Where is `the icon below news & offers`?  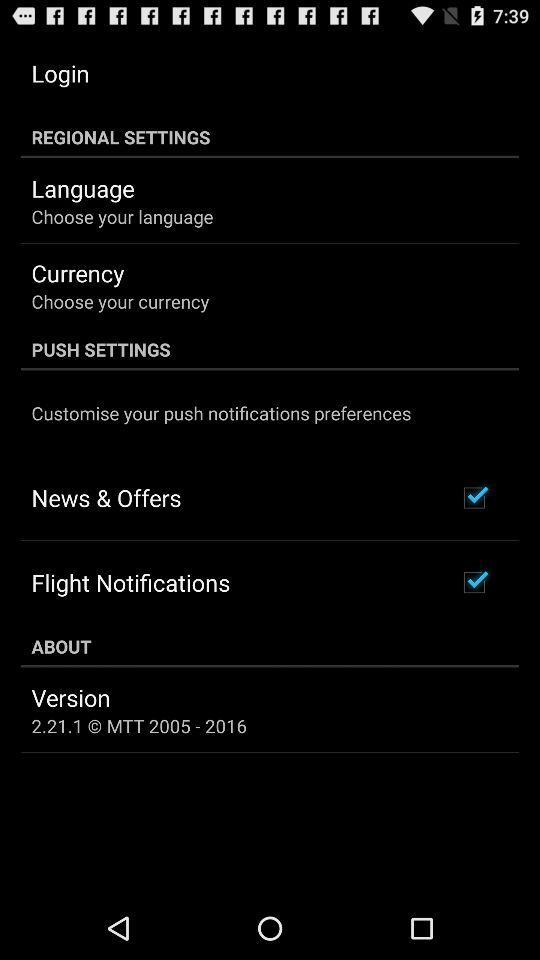
the icon below news & offers is located at coordinates (130, 582).